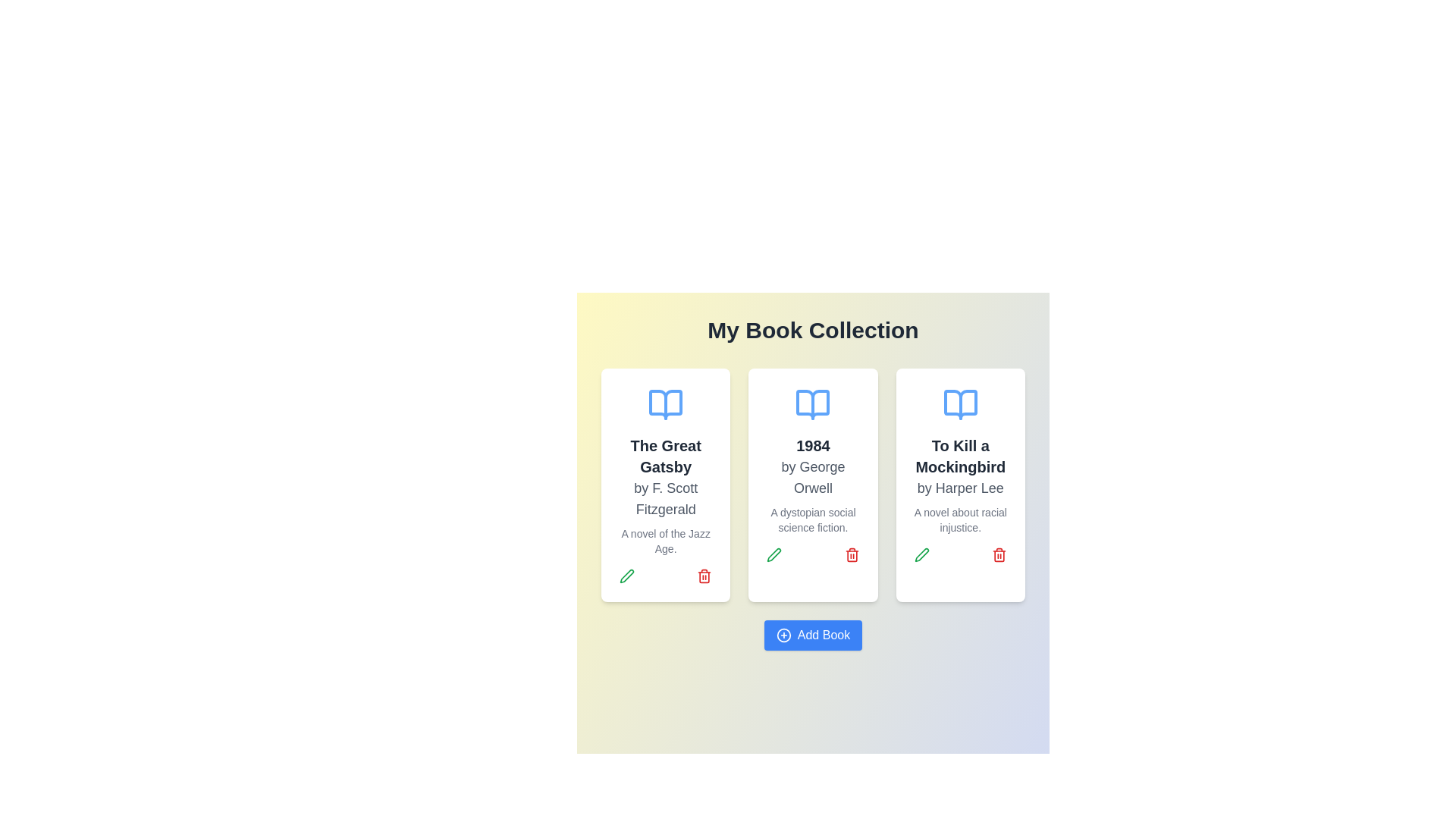  Describe the element at coordinates (812, 476) in the screenshot. I see `the text element that contains 'by George Orwell', styled in a modern sans-serif font, located beneath the title '1984' and above the description text` at that location.